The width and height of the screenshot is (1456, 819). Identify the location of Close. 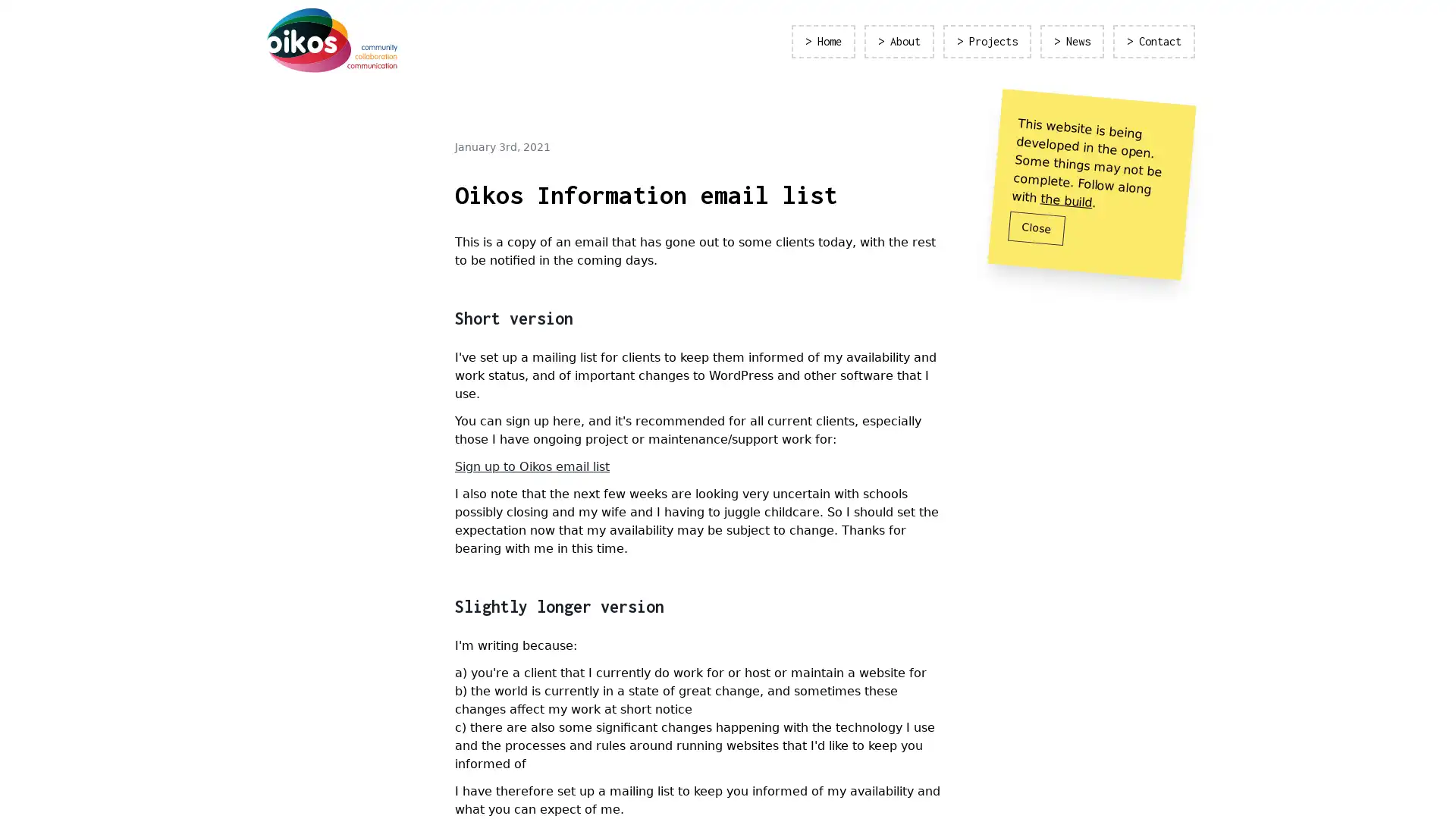
(1036, 227).